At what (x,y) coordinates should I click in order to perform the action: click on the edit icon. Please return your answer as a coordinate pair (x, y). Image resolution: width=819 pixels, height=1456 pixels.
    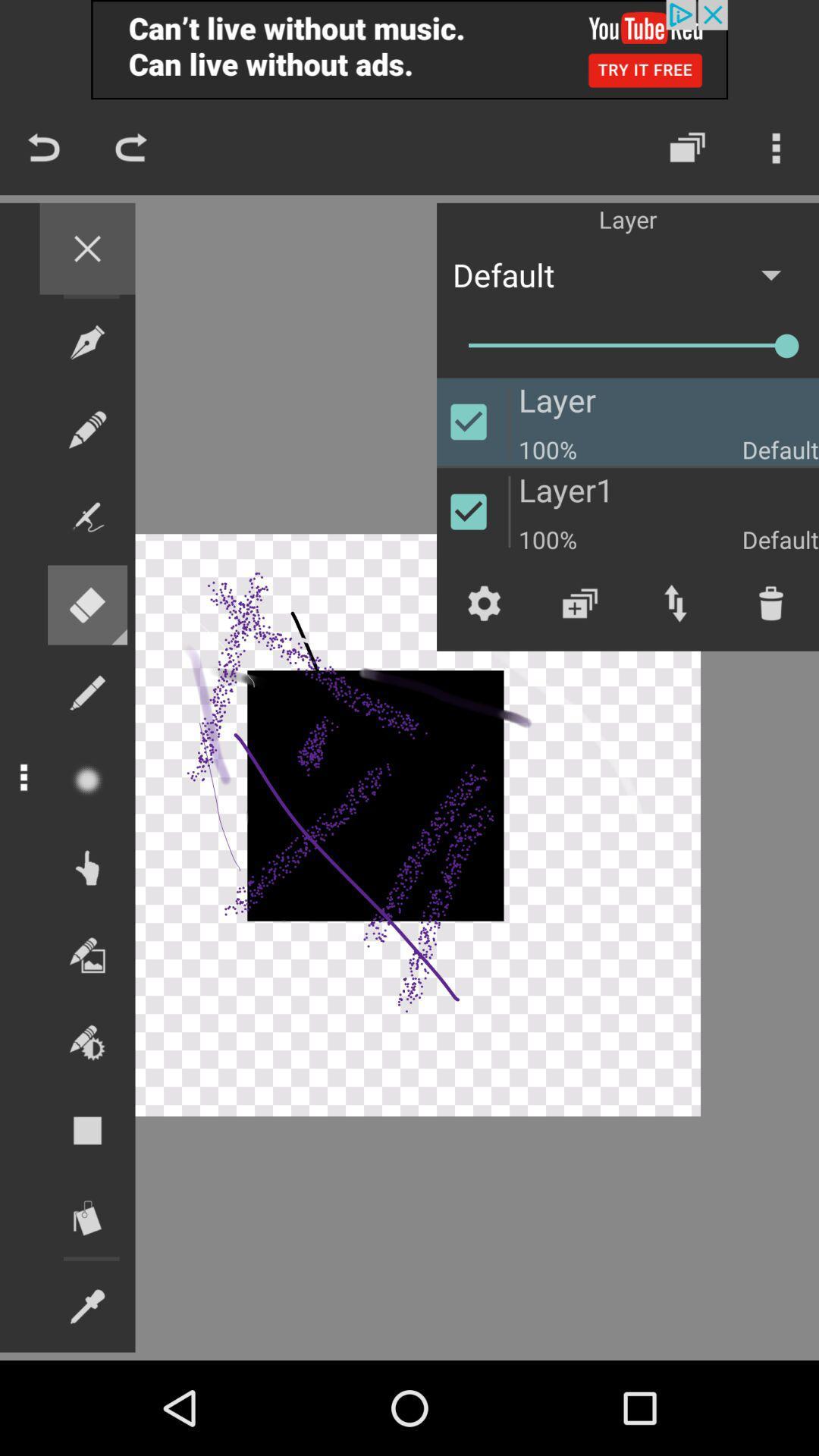
    Looking at the image, I should click on (87, 428).